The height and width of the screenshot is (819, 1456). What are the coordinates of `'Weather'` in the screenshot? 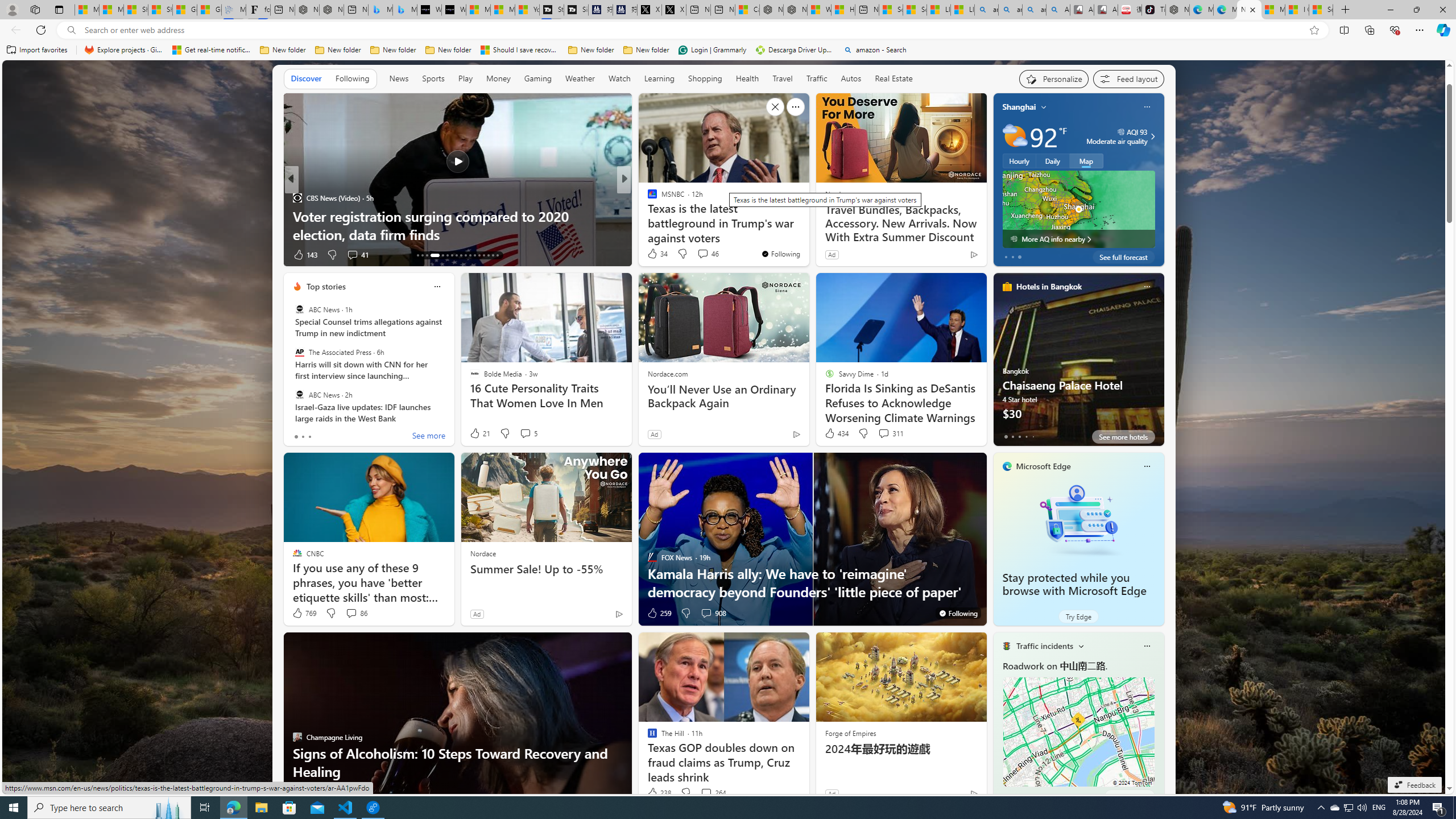 It's located at (580, 78).